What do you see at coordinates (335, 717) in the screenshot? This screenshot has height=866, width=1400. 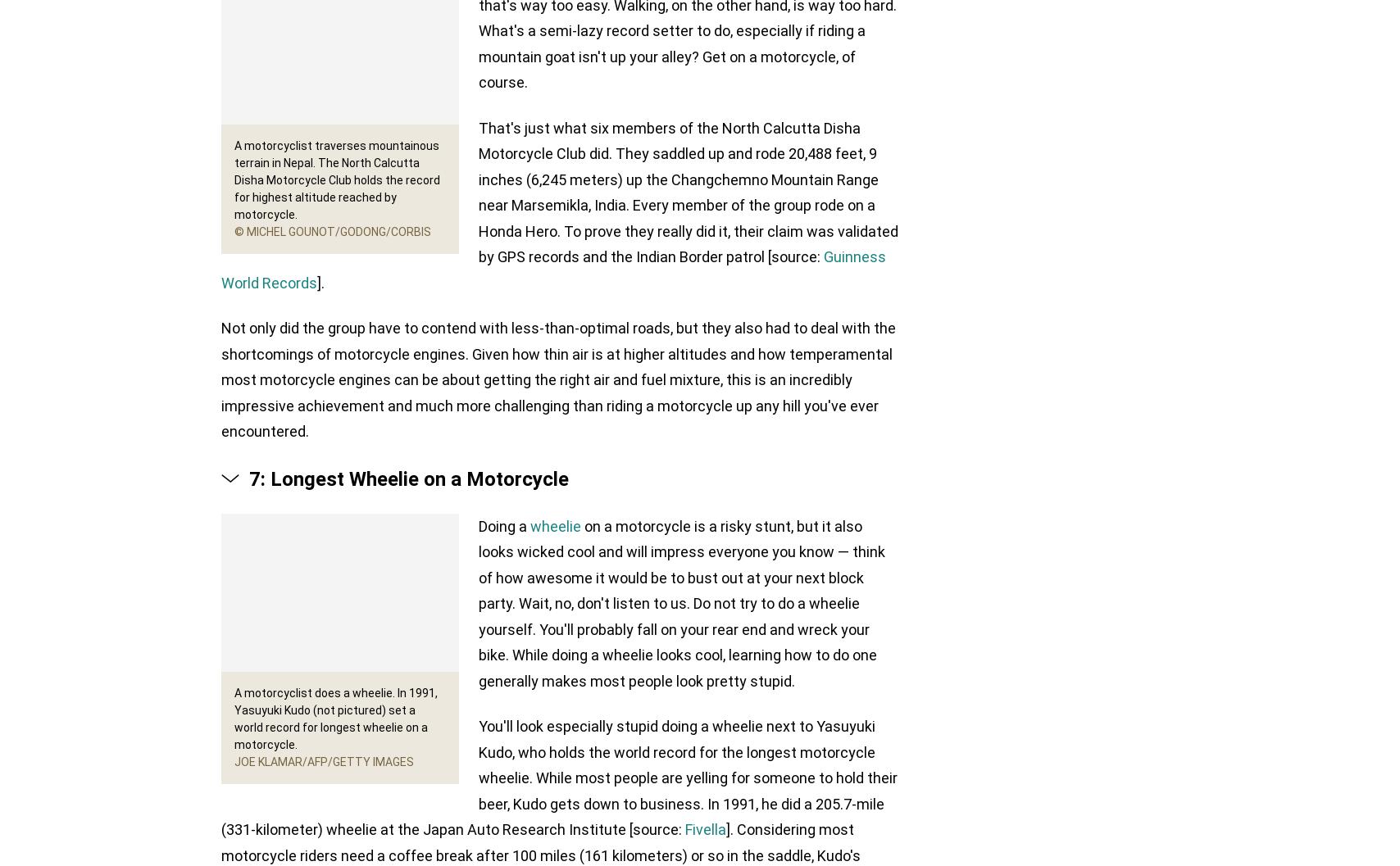 I see `'A motorcyclist does a wheelie. In 1991, Yasuyuki Kudo (not pictured) set a world record for longest wheelie on a motorcycle.'` at bounding box center [335, 717].